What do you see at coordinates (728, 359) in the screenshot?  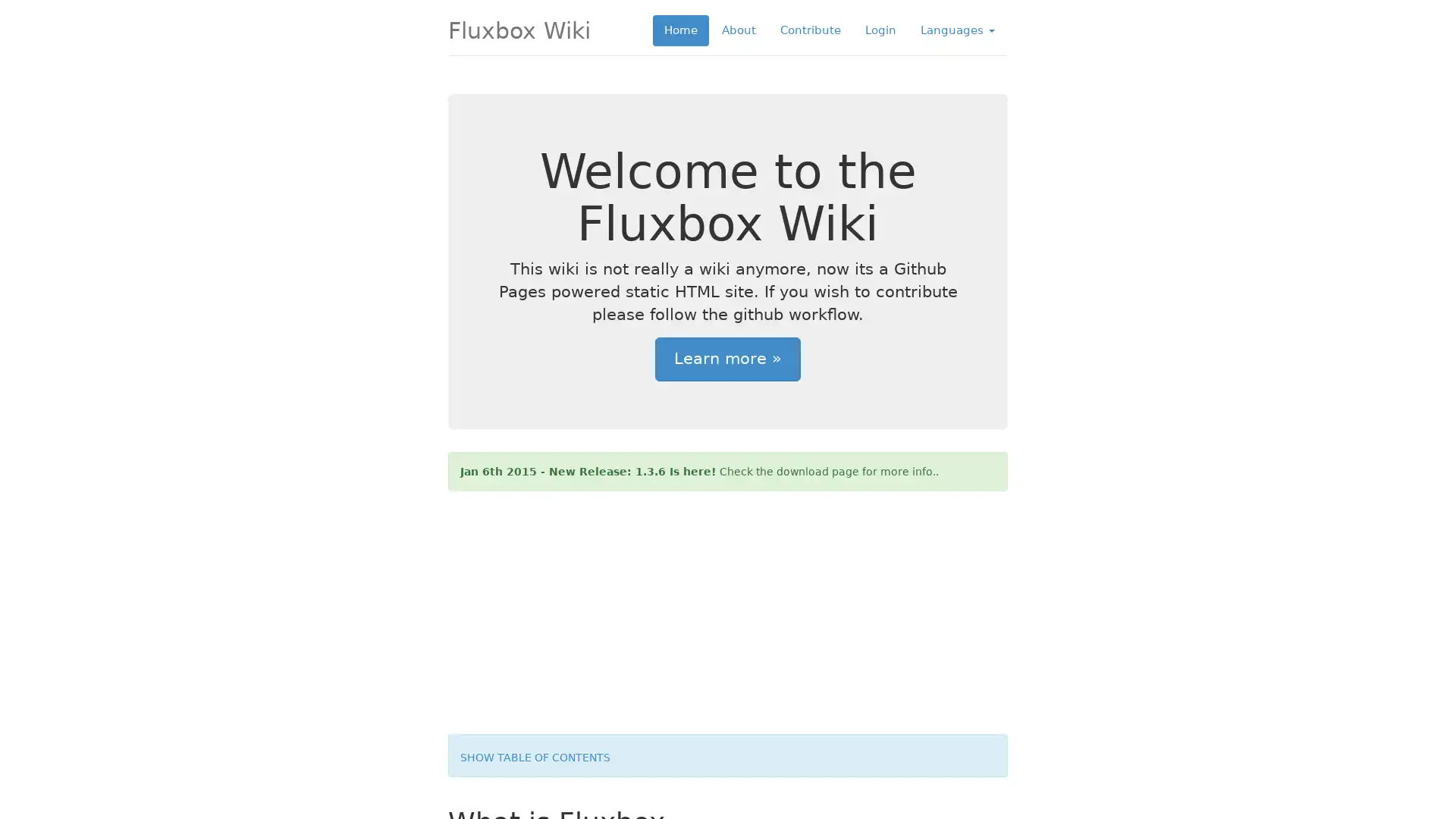 I see `Learn more` at bounding box center [728, 359].